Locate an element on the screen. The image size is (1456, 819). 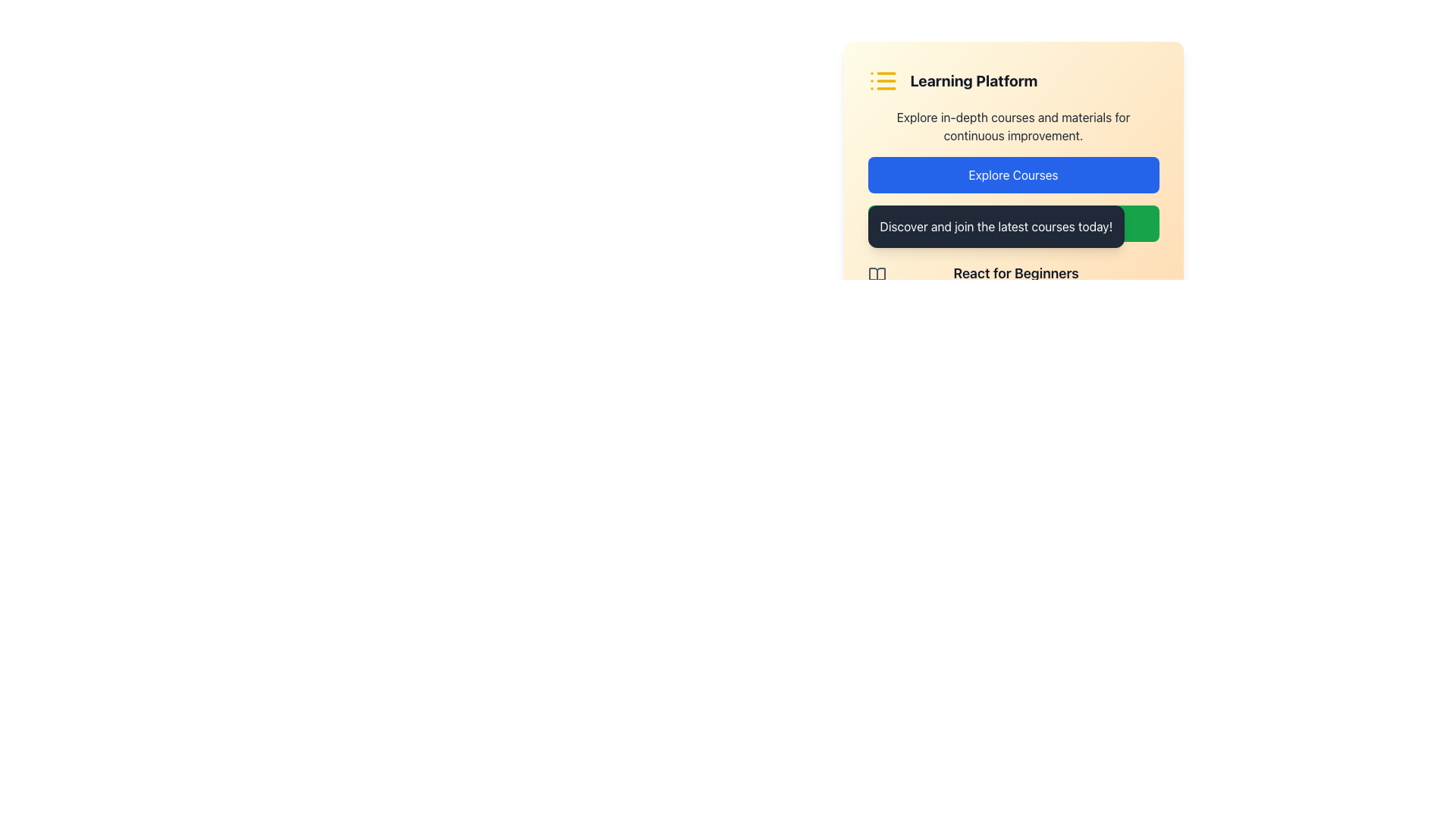
the textual content display element titled 'React for Beginners' which includes a subtitle 'A comprehensive guide to React.js fundamentals.' is located at coordinates (1015, 281).